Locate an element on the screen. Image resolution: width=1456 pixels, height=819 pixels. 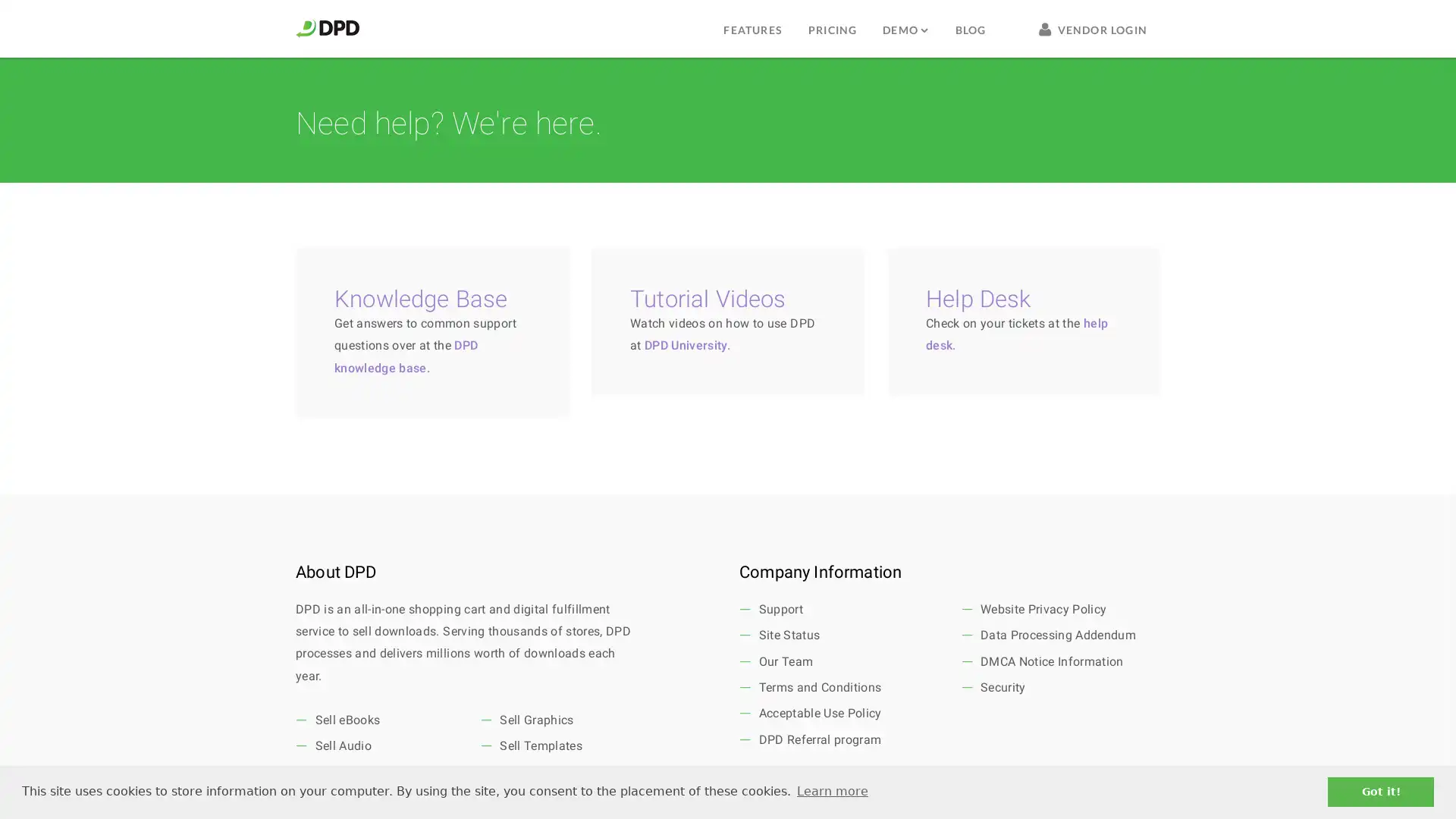
learn more about cookies is located at coordinates (831, 791).